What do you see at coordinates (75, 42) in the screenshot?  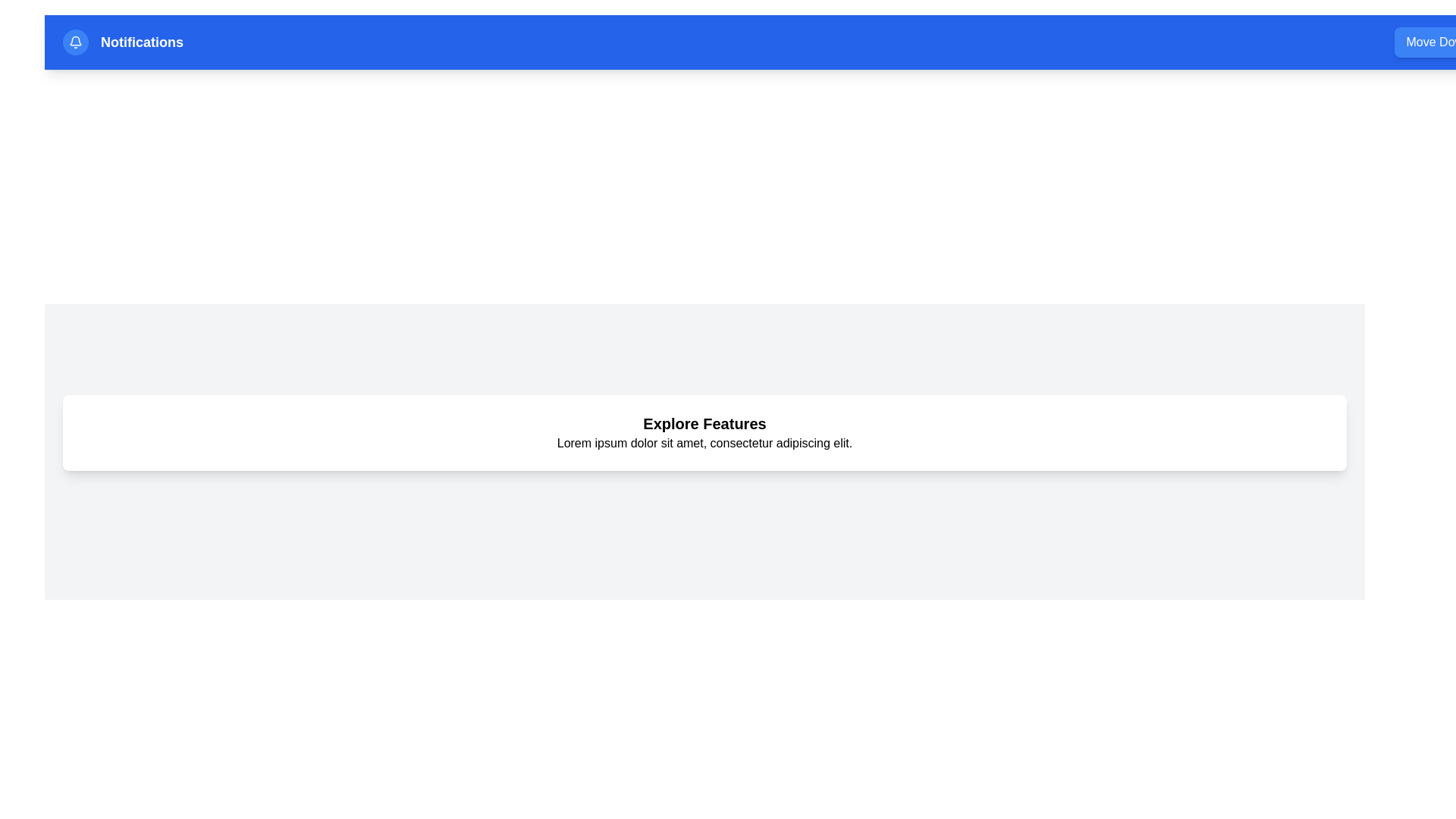 I see `the round blue button with a white bell icon at its center` at bounding box center [75, 42].